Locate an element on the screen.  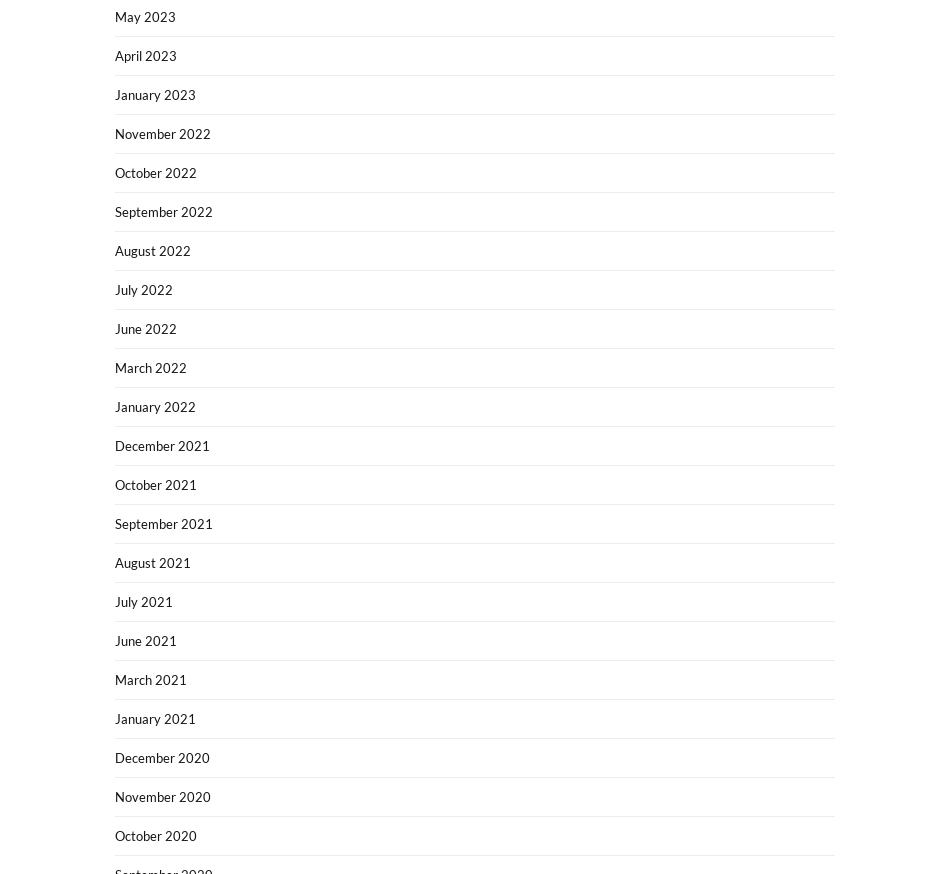
'November 2020' is located at coordinates (163, 796).